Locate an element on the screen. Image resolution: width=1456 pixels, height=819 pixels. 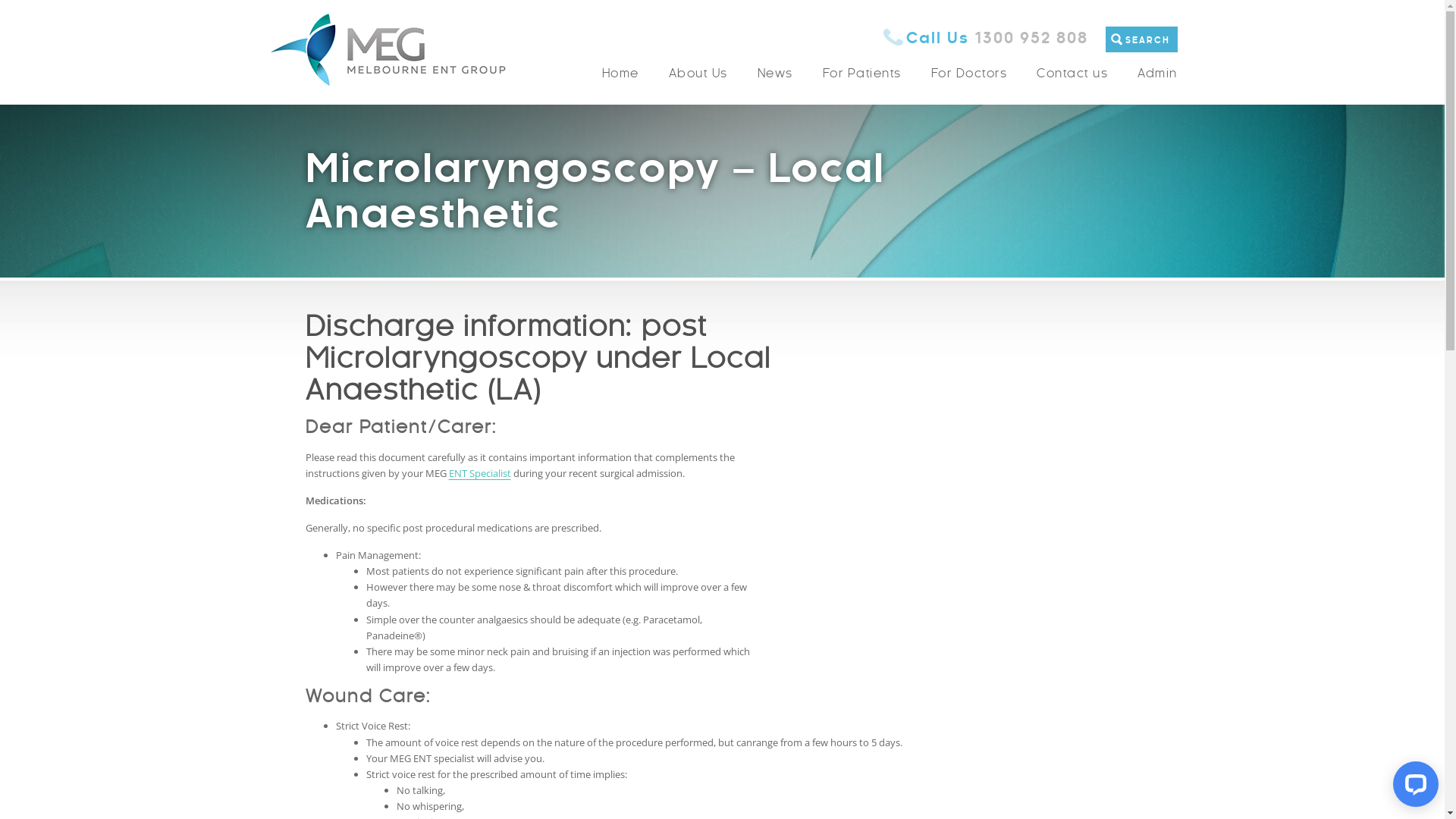
'Contact us' is located at coordinates (1072, 74).